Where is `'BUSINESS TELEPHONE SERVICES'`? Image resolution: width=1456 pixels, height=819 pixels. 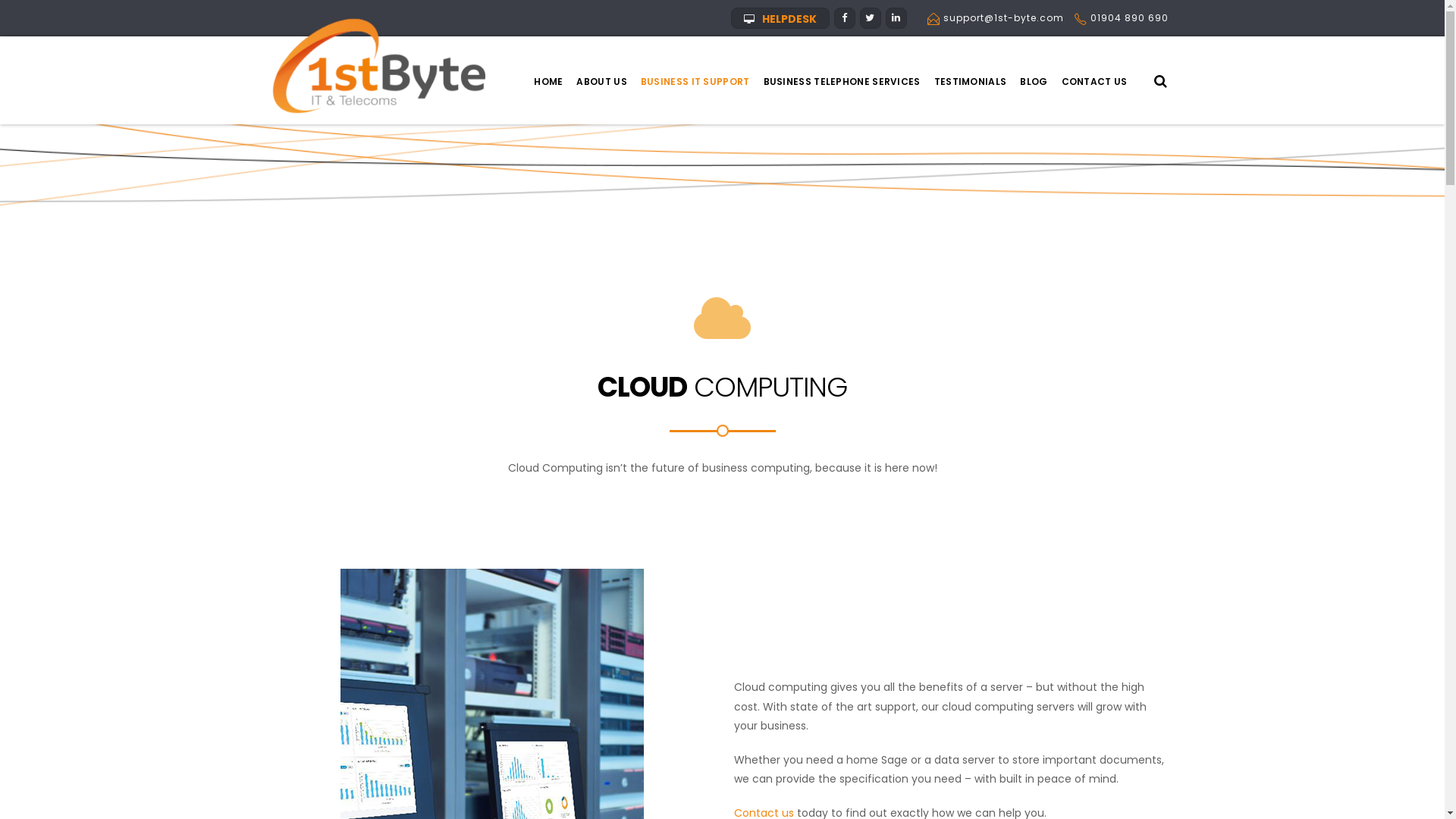
'BUSINESS TELEPHONE SERVICES' is located at coordinates (841, 82).